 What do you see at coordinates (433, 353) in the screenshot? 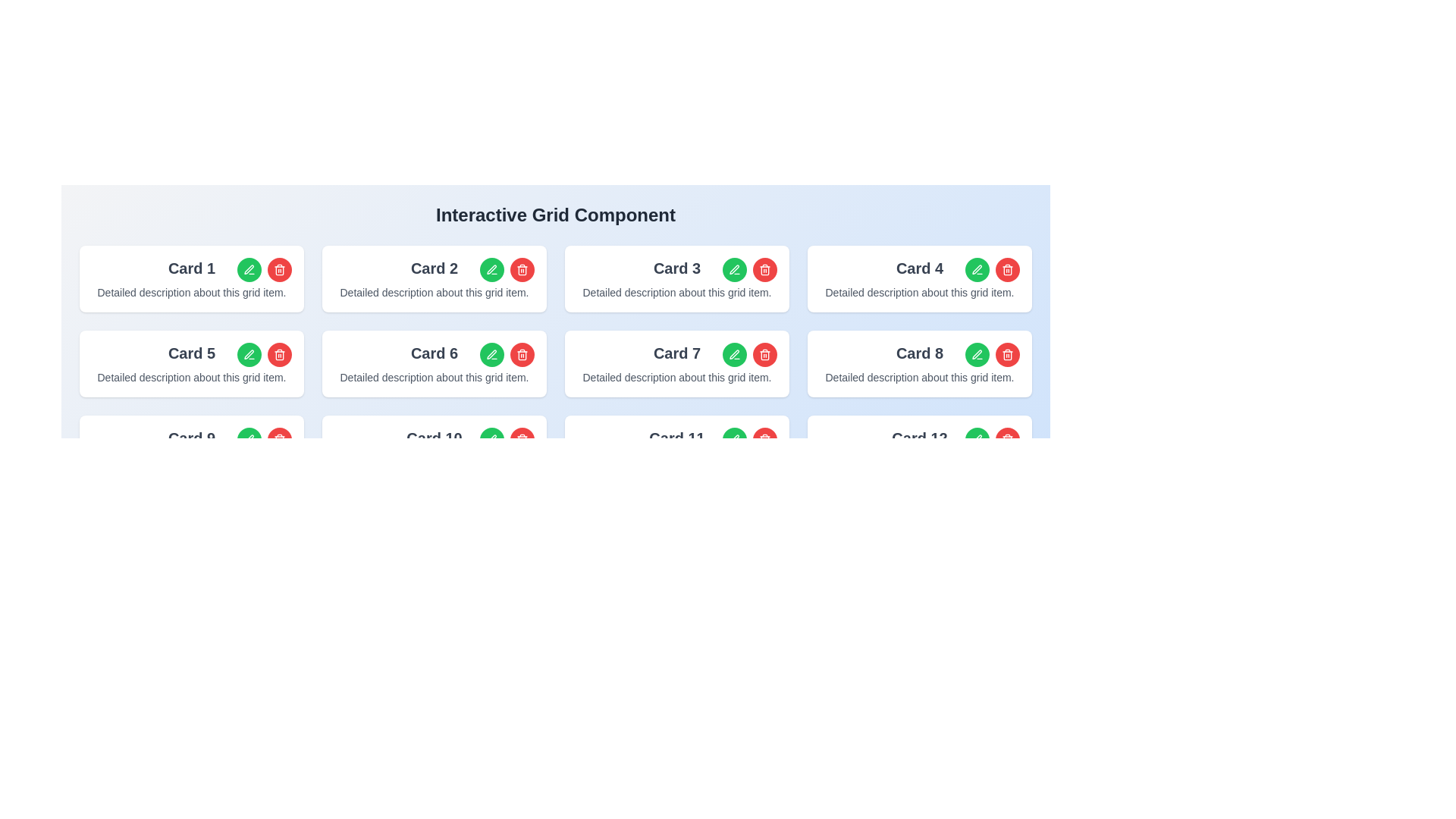
I see `the text label displaying 'Card 6', which is styled with a bold font and dark gray color, located at the top-left section of the sixth card in the grid` at bounding box center [433, 353].